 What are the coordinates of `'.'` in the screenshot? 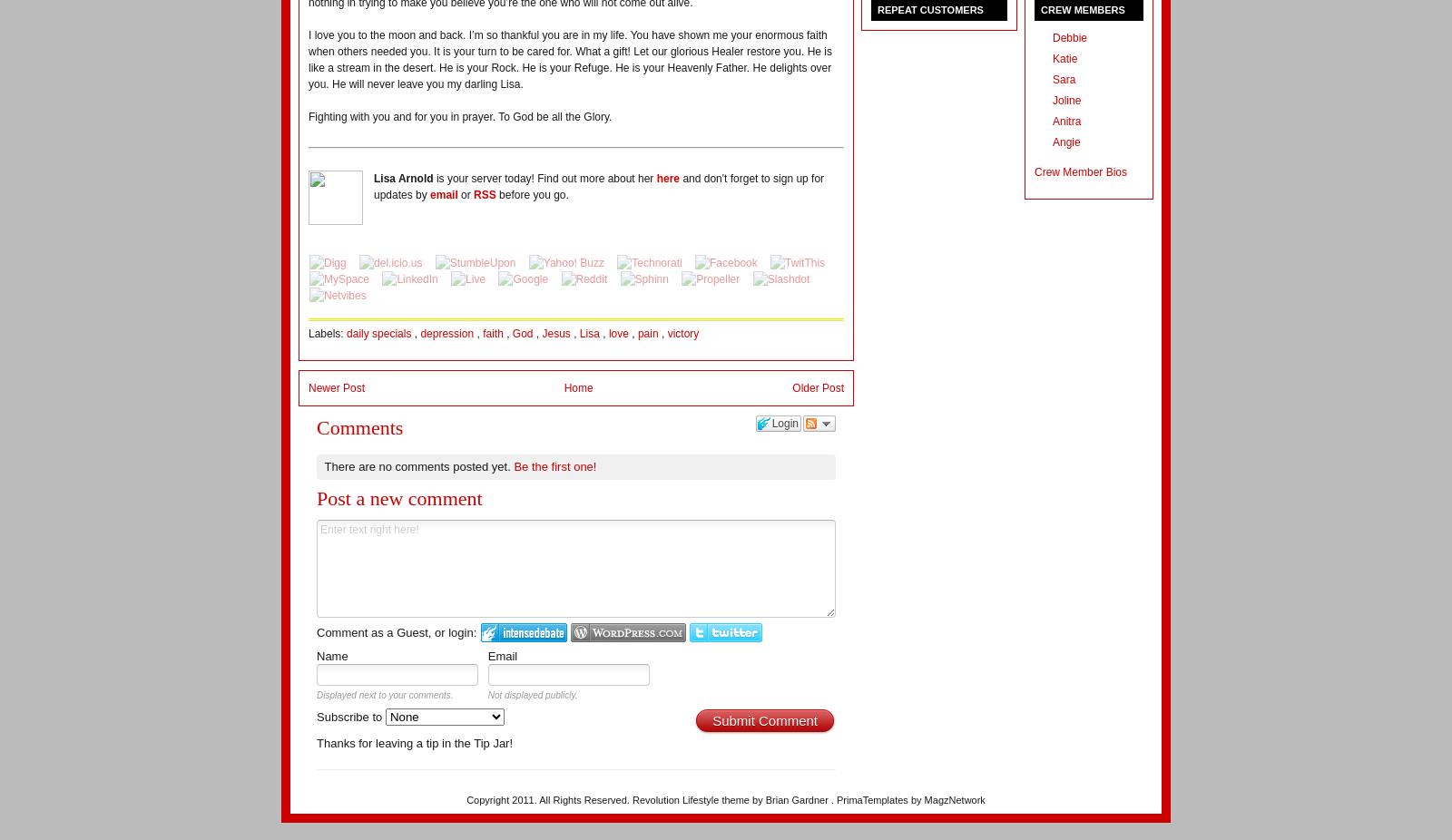 It's located at (832, 800).